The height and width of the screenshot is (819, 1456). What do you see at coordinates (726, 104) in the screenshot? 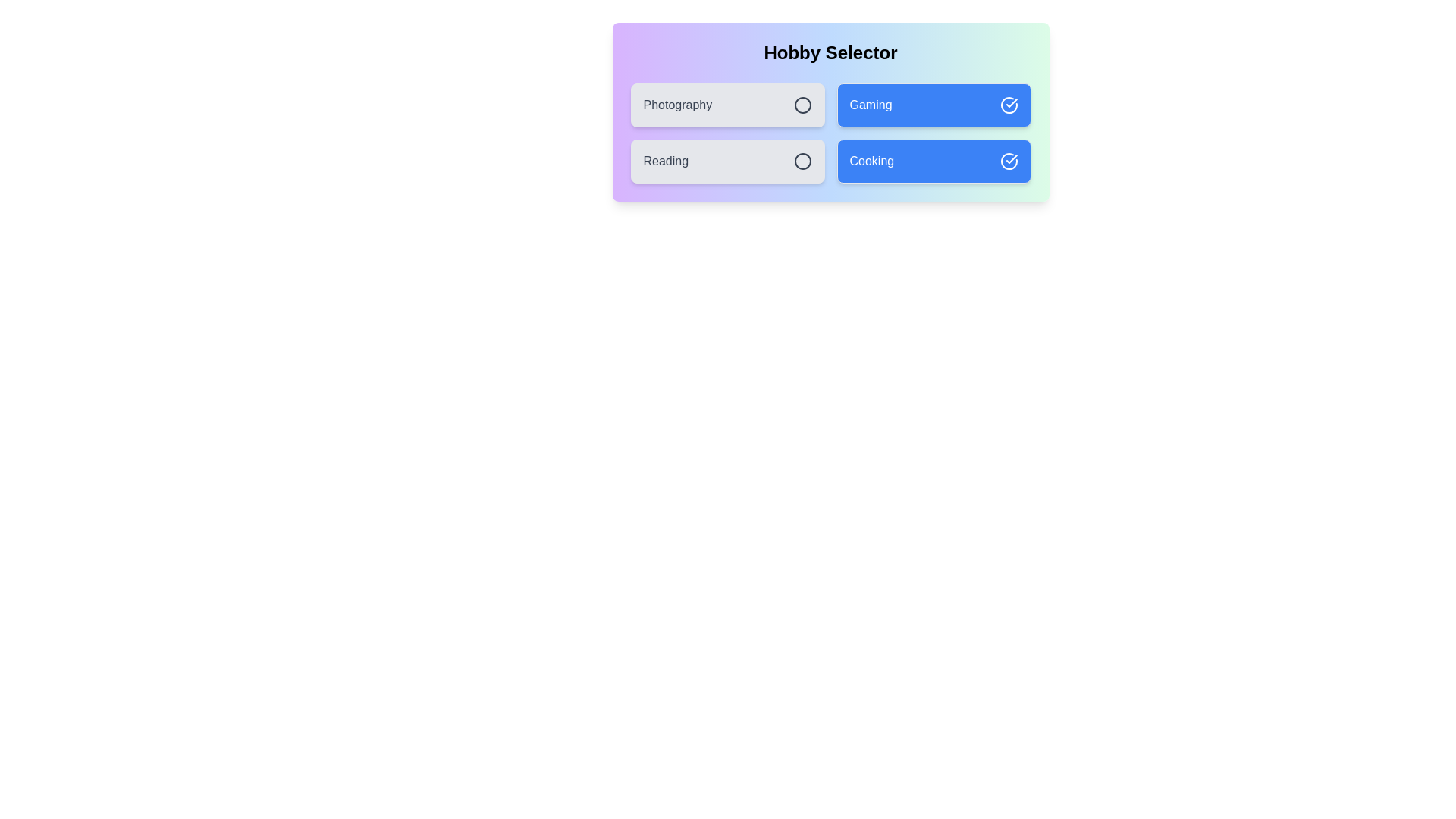
I see `the item labeled Photography` at bounding box center [726, 104].